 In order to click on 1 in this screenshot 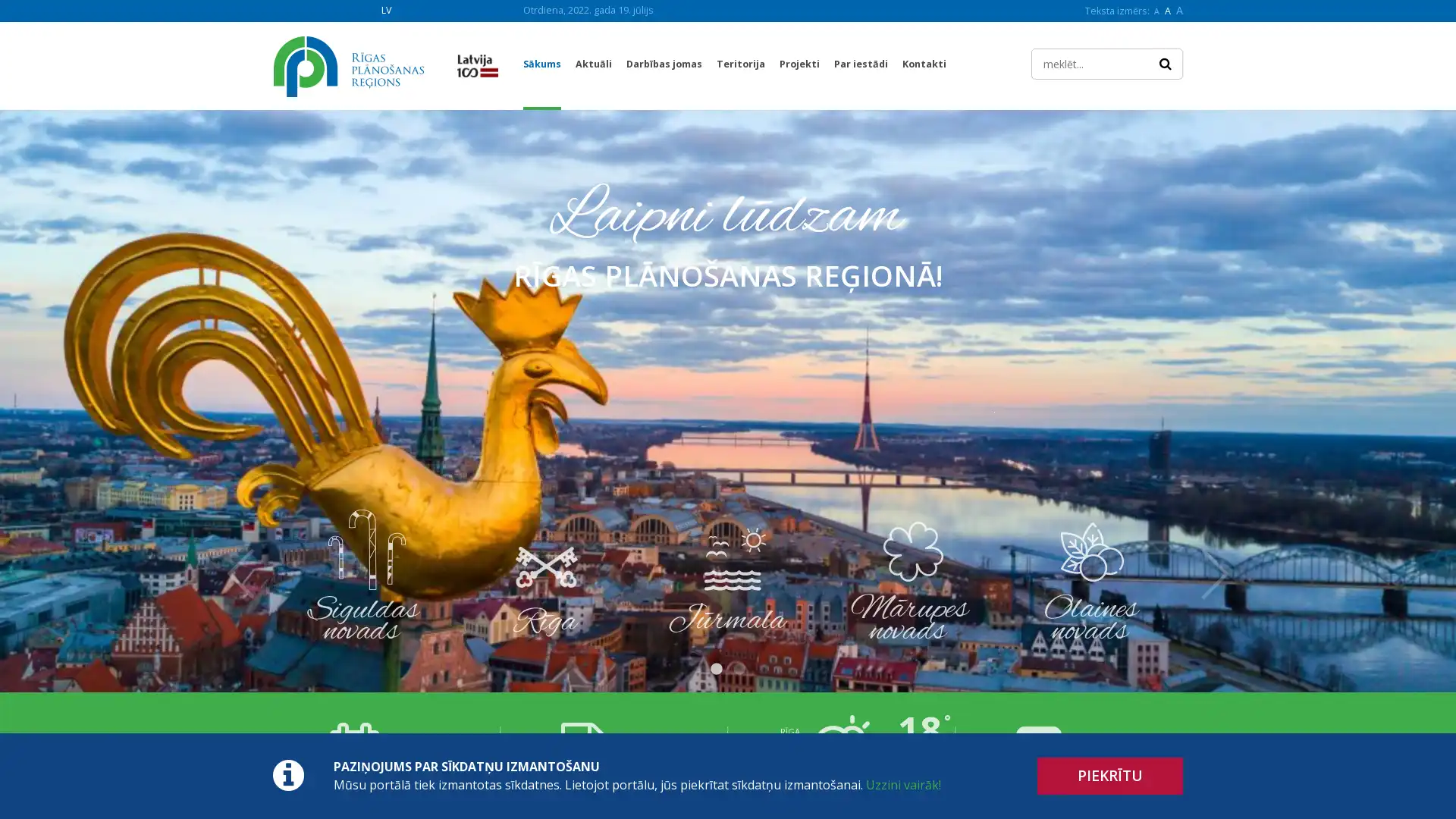, I will do `click(716, 669)`.